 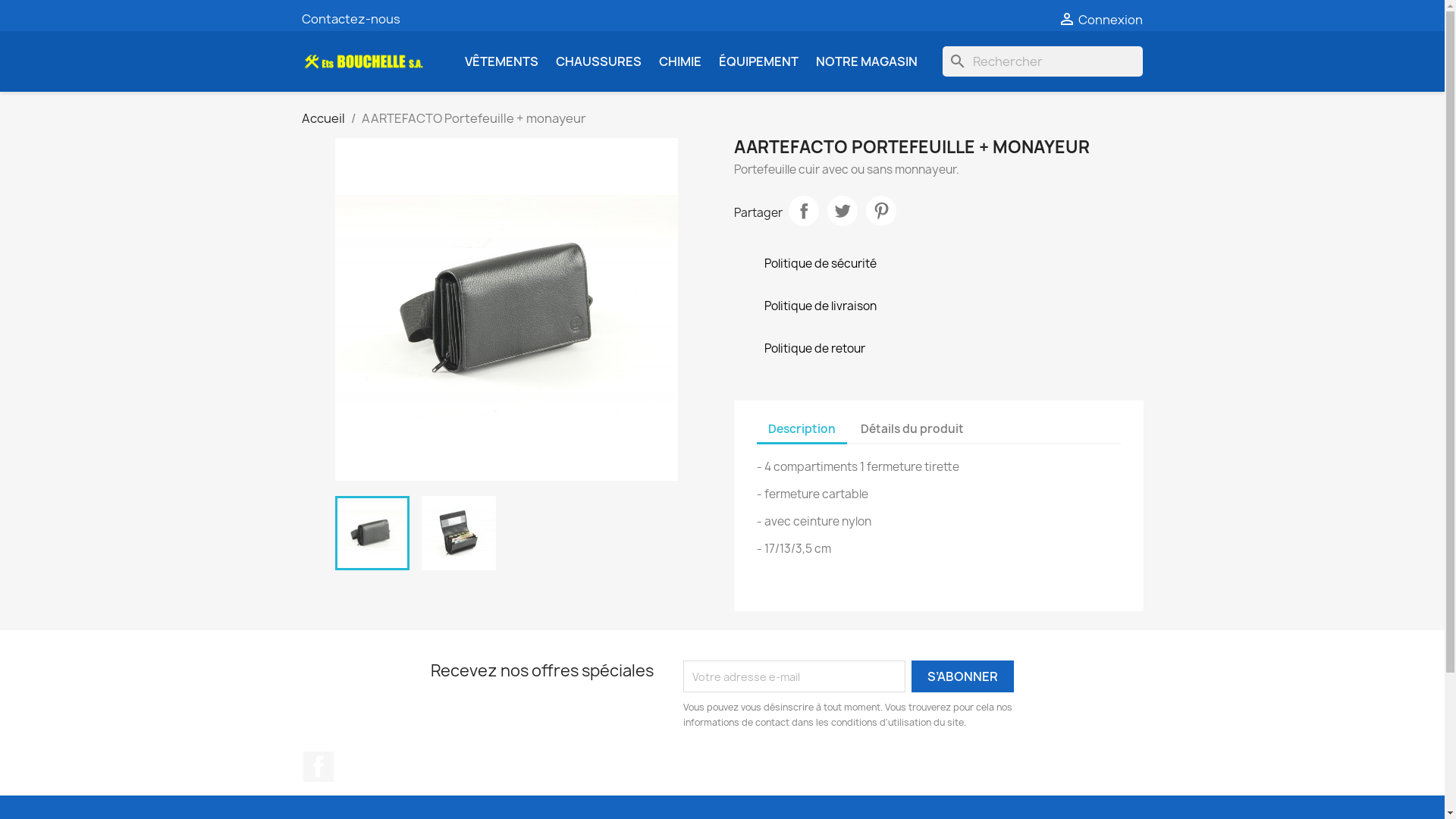 I want to click on 'Accueil', so click(x=302, y=117).